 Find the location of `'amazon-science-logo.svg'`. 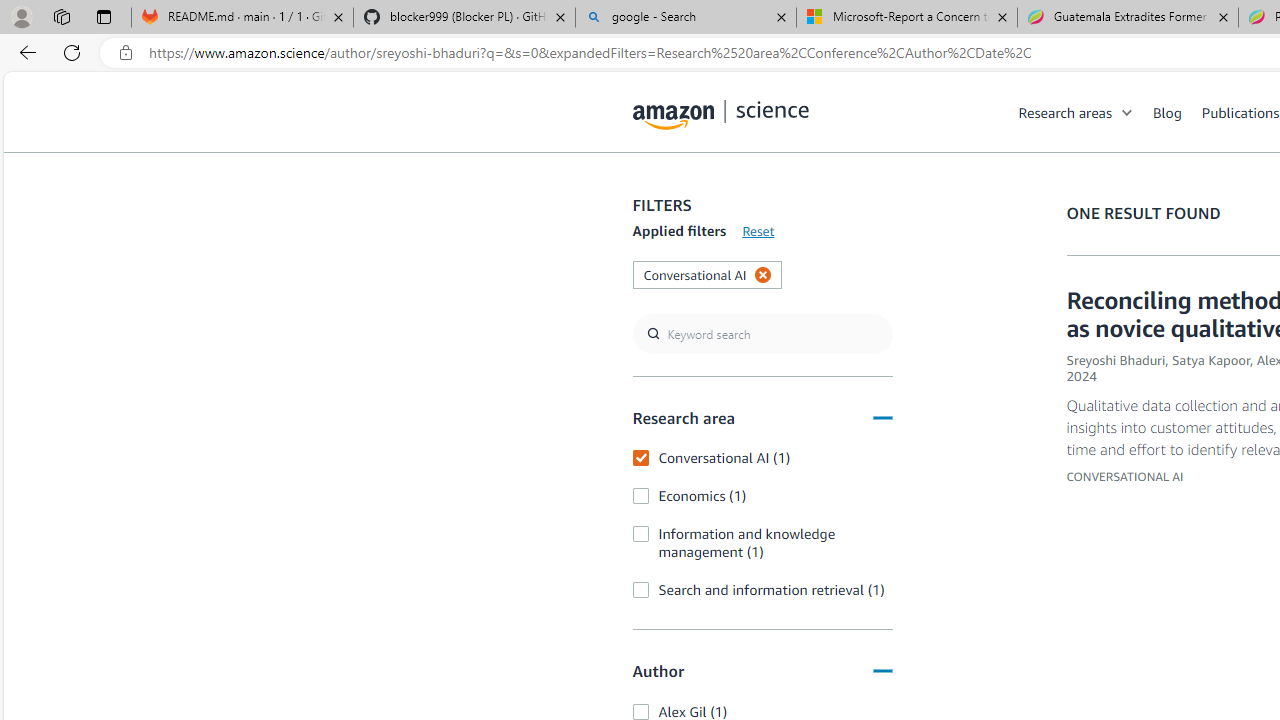

'amazon-science-logo.svg' is located at coordinates (720, 115).